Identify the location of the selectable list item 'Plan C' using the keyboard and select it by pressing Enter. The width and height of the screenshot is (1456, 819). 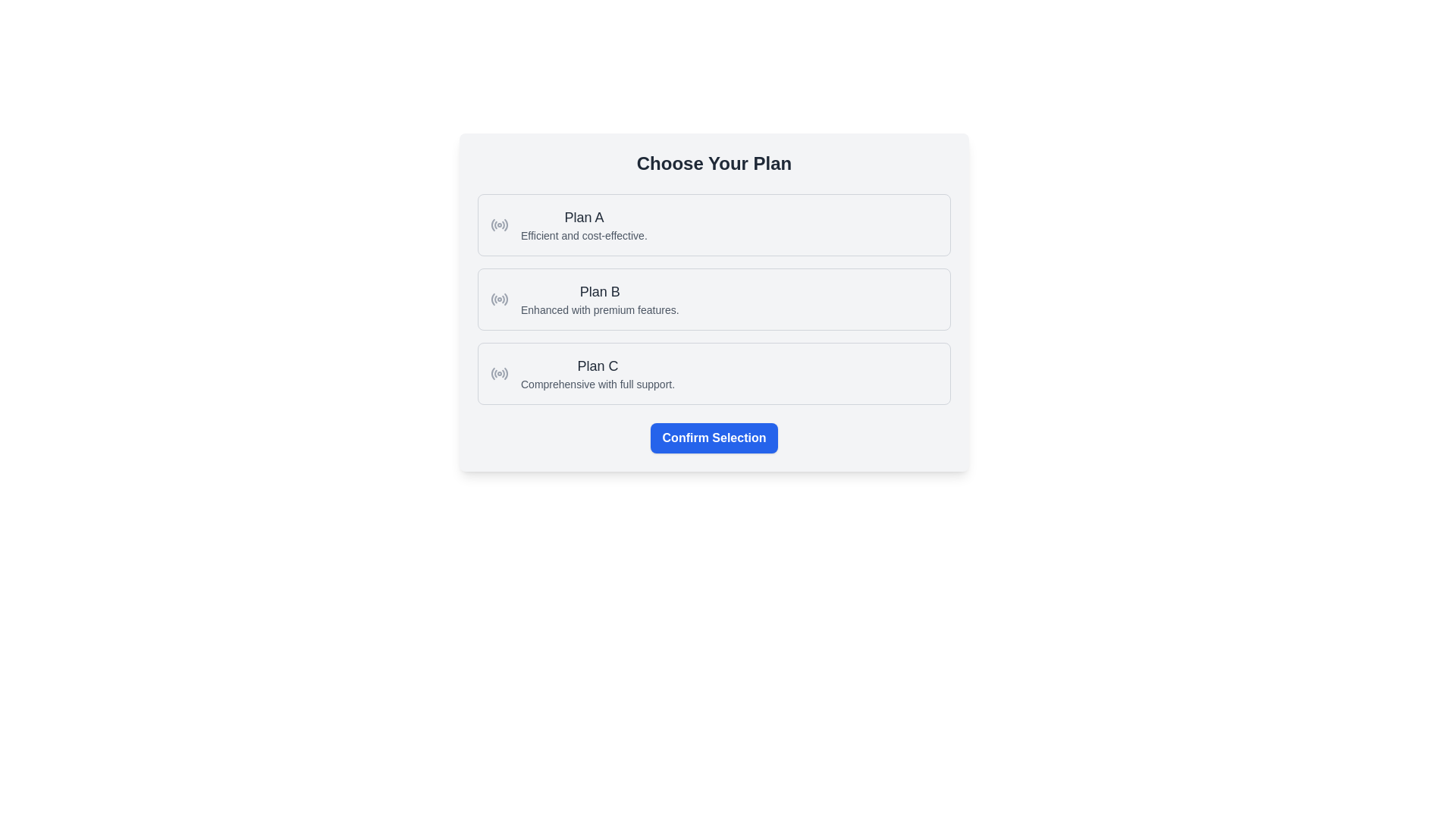
(713, 374).